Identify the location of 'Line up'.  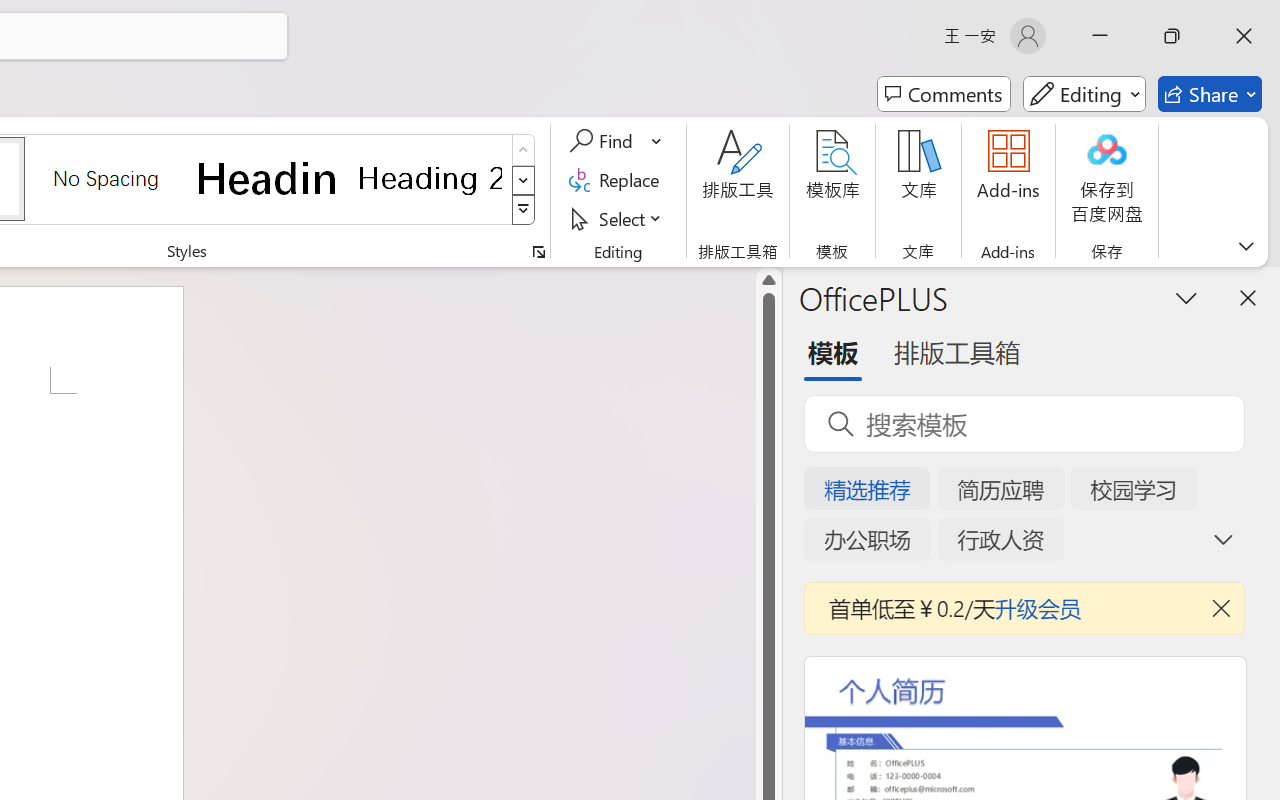
(768, 280).